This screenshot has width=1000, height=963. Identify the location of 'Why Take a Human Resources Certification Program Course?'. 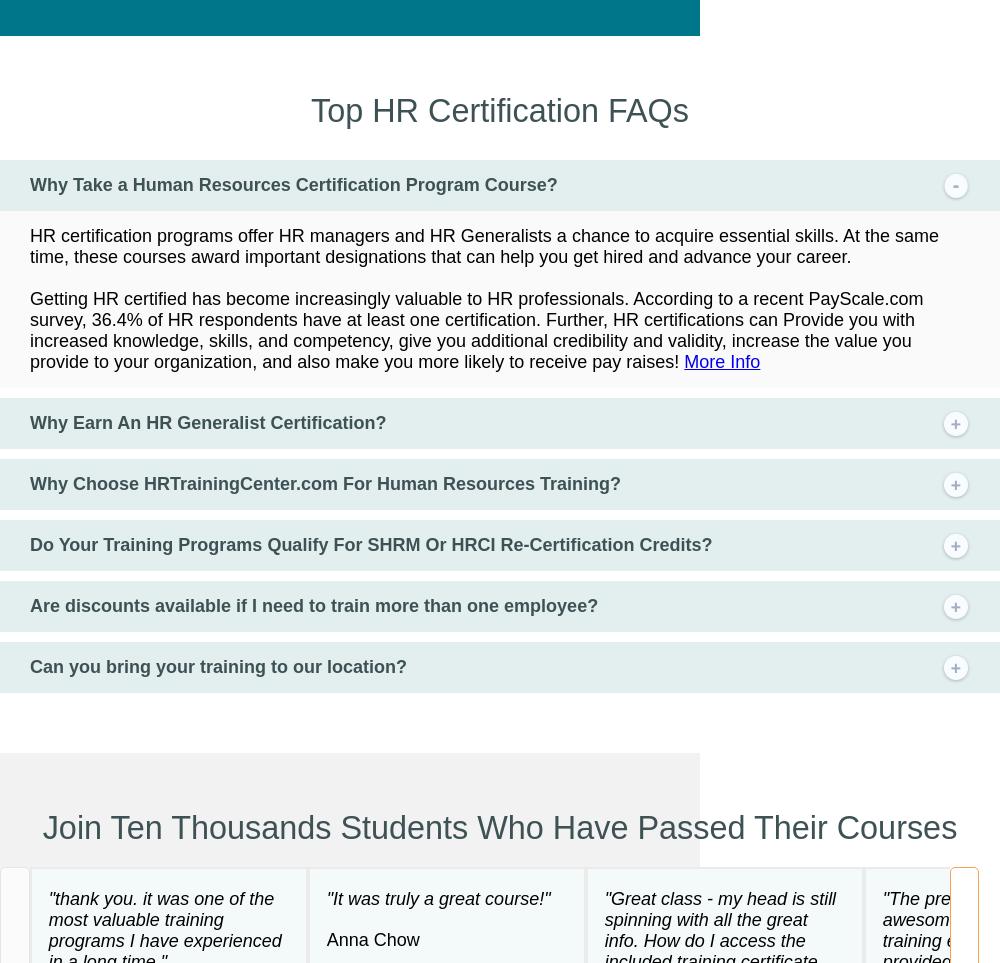
(293, 183).